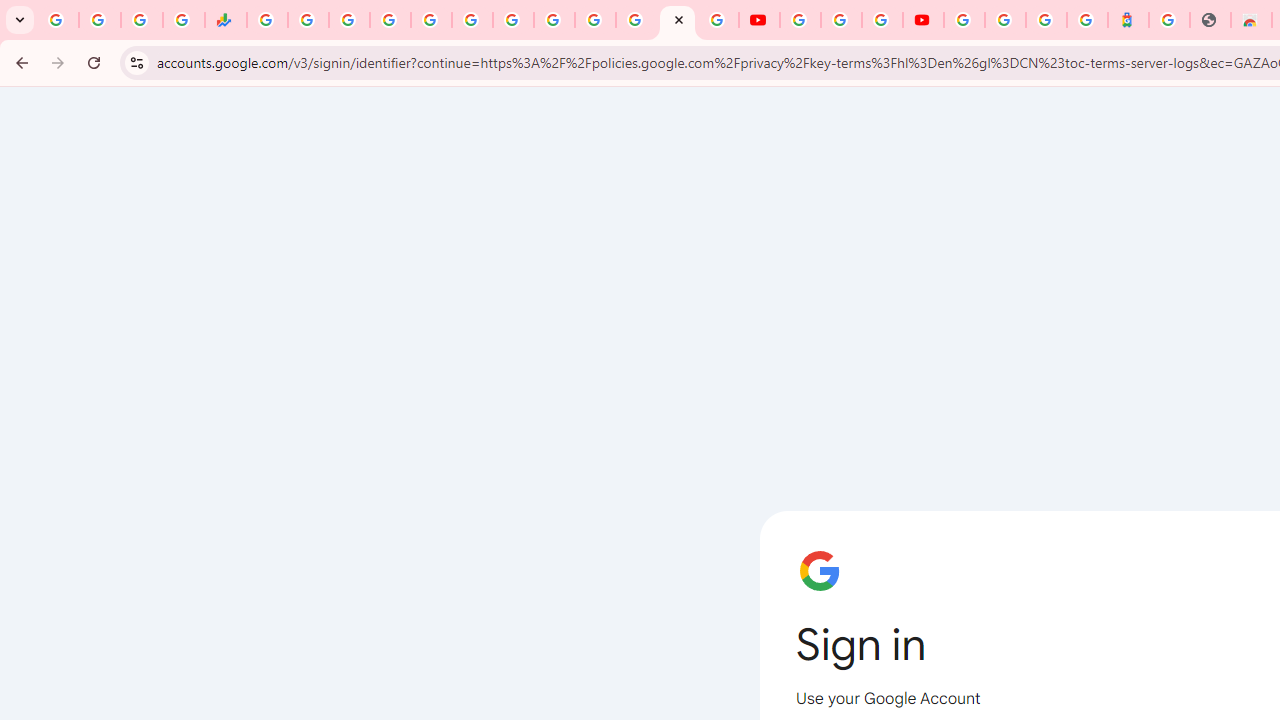  I want to click on 'YouTube', so click(800, 20).